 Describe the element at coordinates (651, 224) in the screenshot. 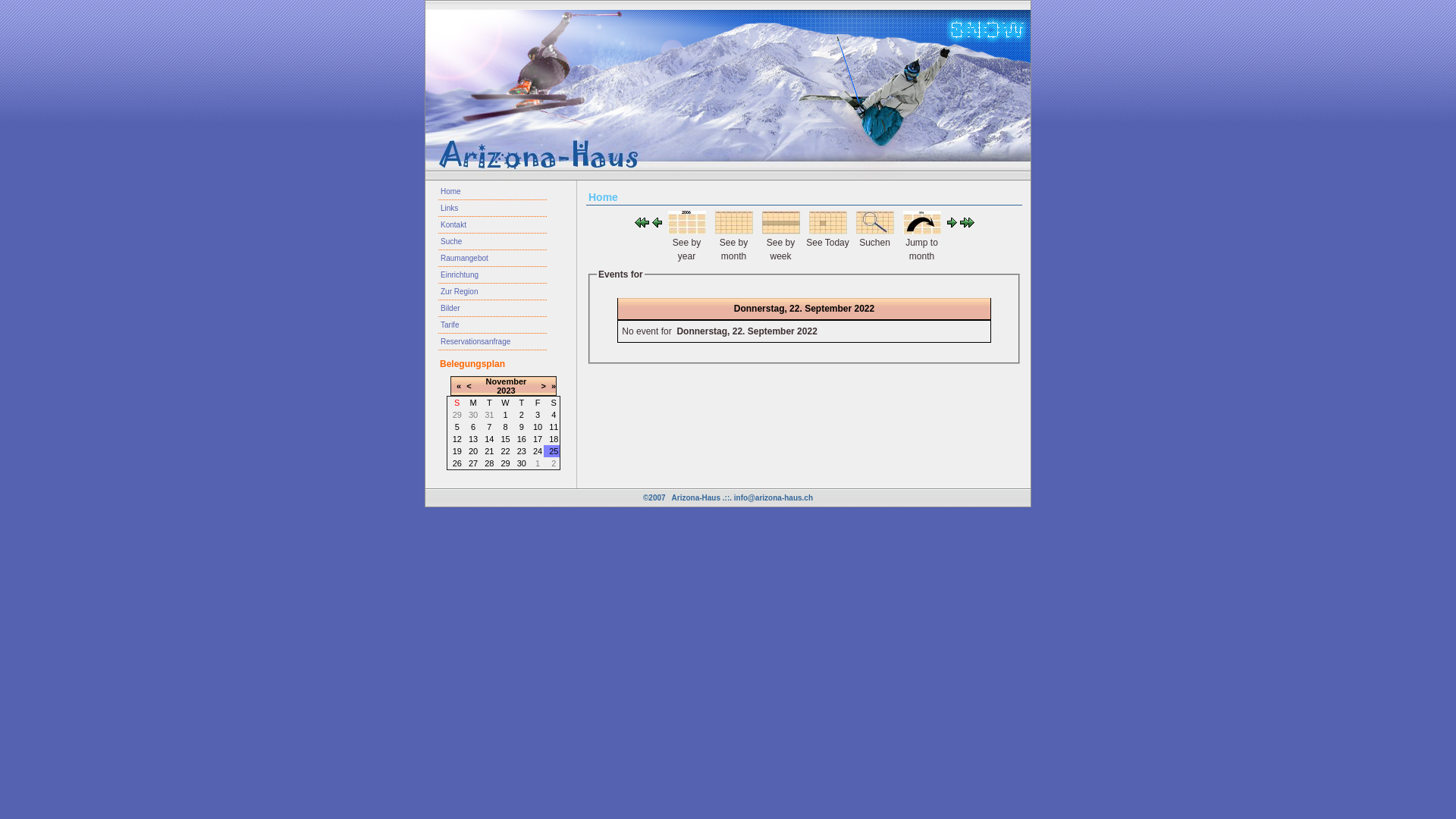

I see `'Previous day'` at that location.